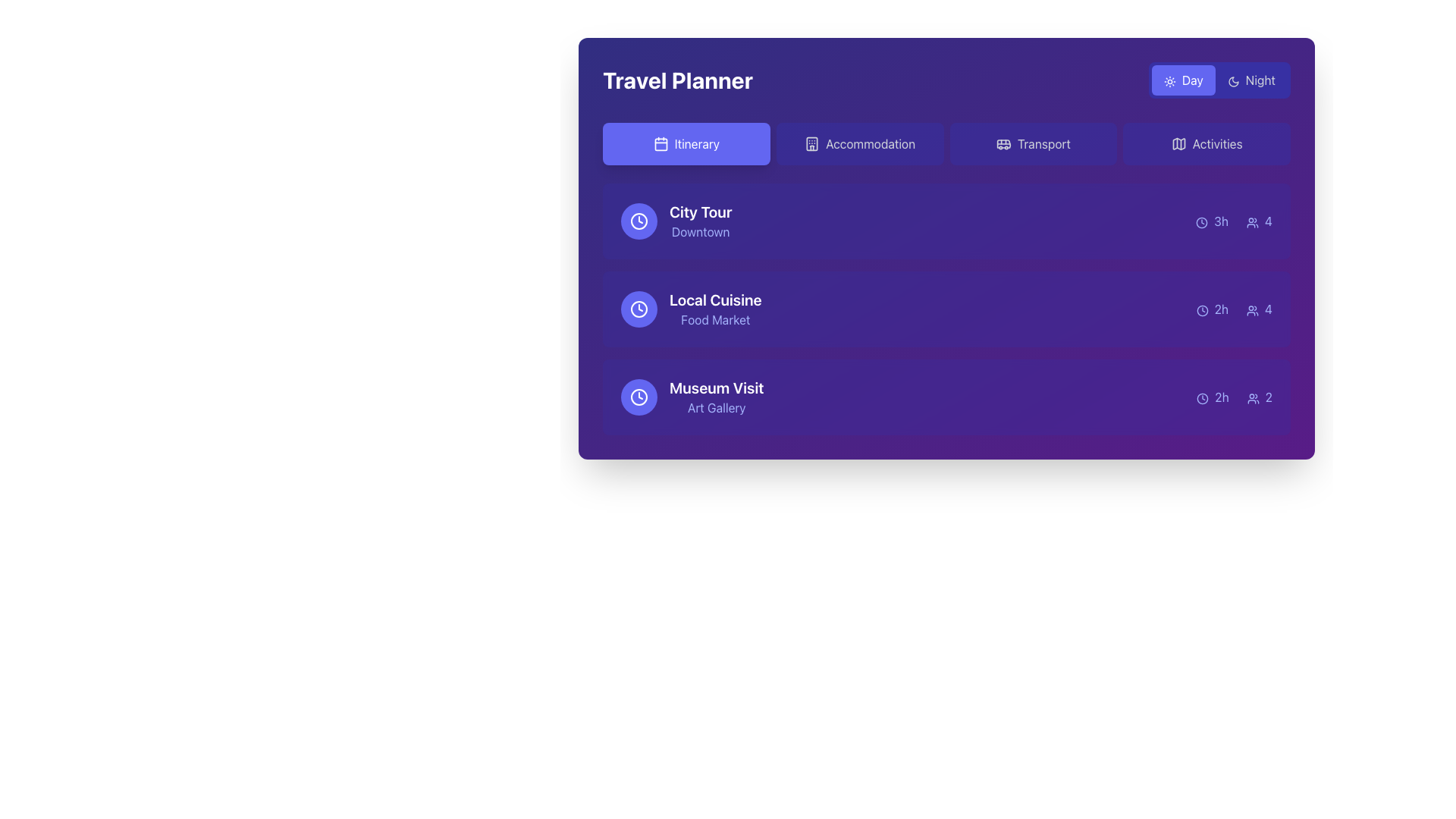 The height and width of the screenshot is (819, 1456). I want to click on the Toggle Button Group located near the top-right corner of the interface, directly to the right of the title 'Travel Planner', so click(1219, 80).